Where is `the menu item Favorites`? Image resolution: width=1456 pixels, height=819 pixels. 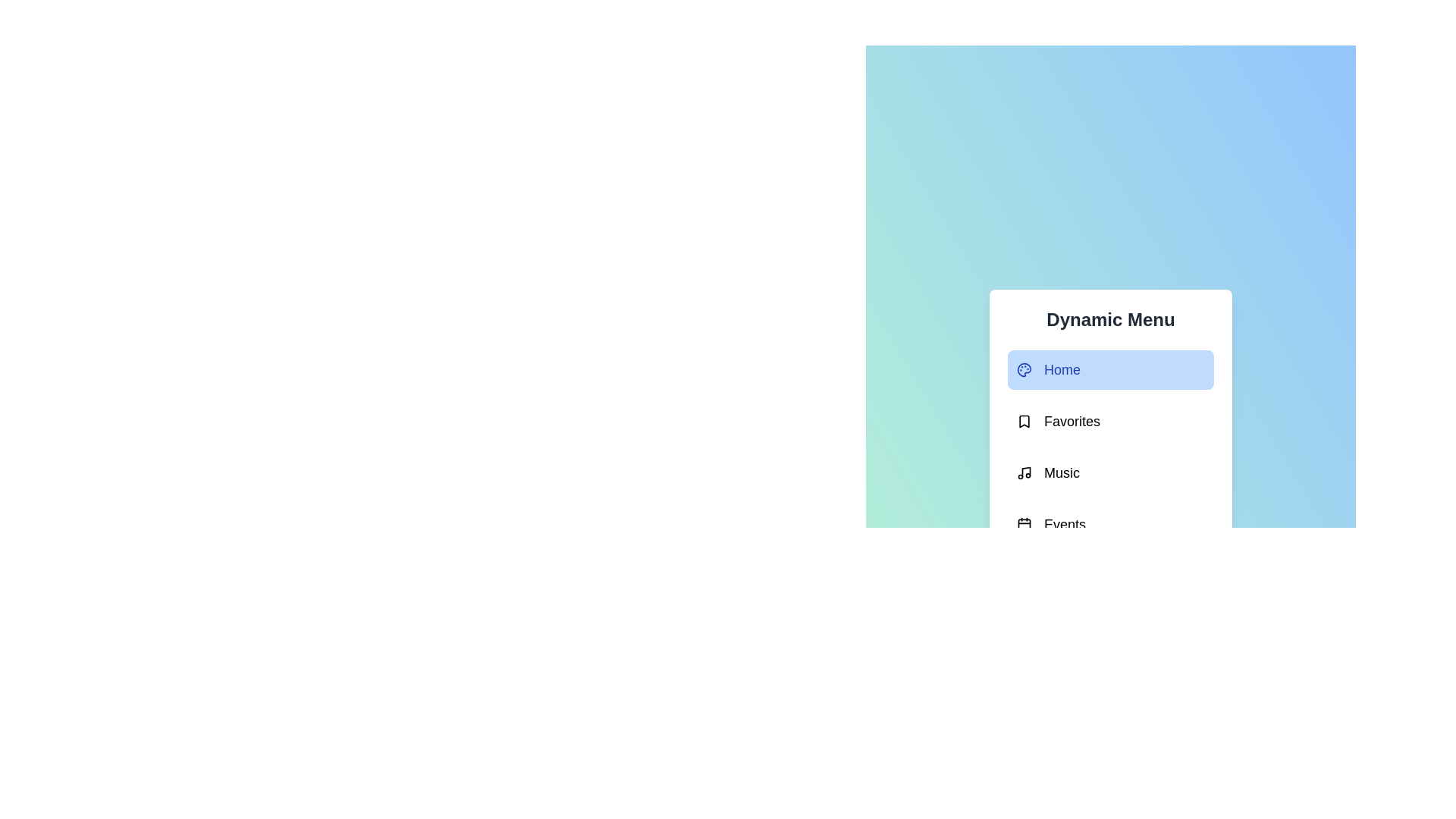
the menu item Favorites is located at coordinates (1110, 421).